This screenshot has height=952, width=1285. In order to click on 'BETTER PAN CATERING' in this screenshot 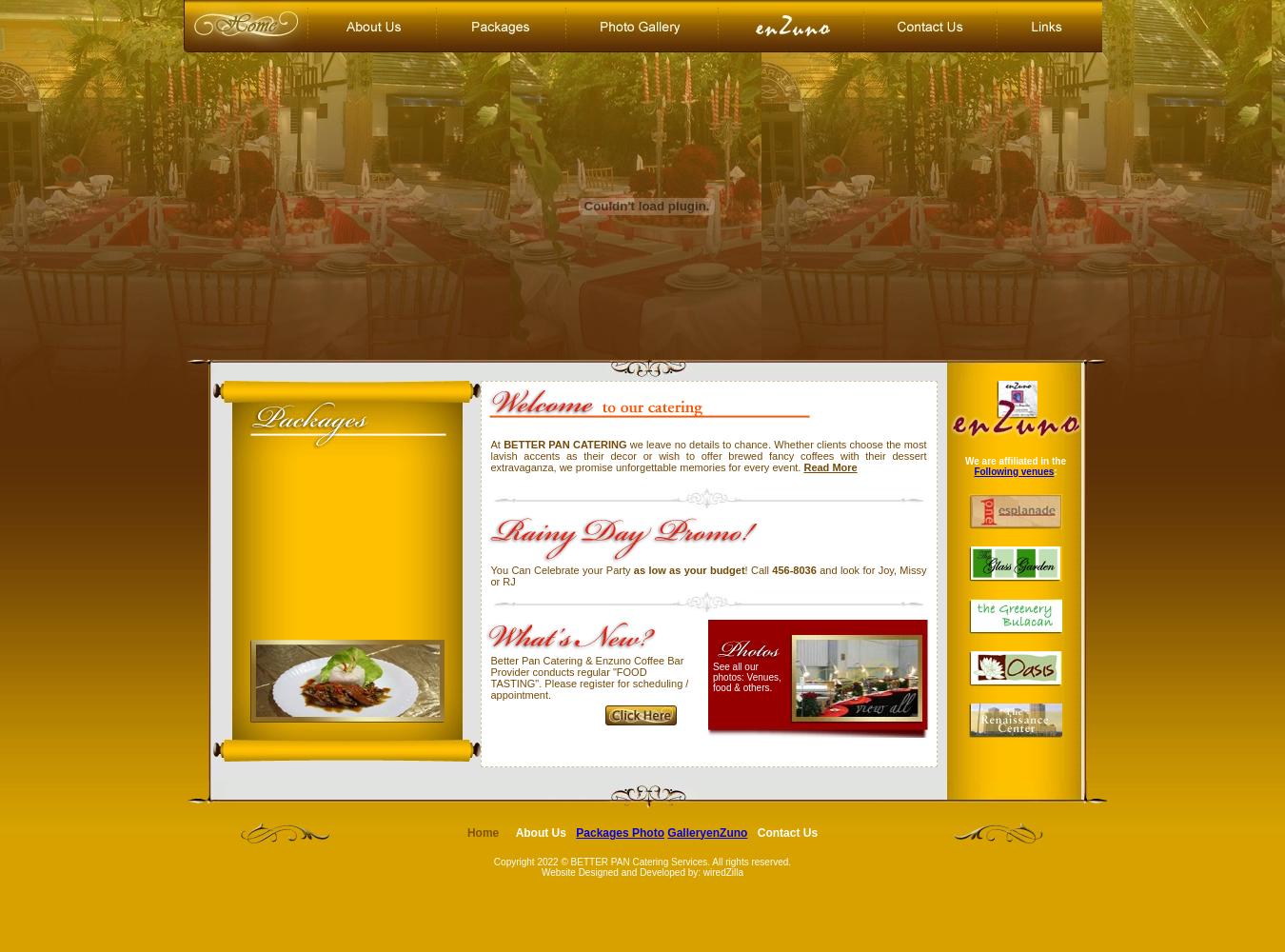, I will do `click(503, 444)`.